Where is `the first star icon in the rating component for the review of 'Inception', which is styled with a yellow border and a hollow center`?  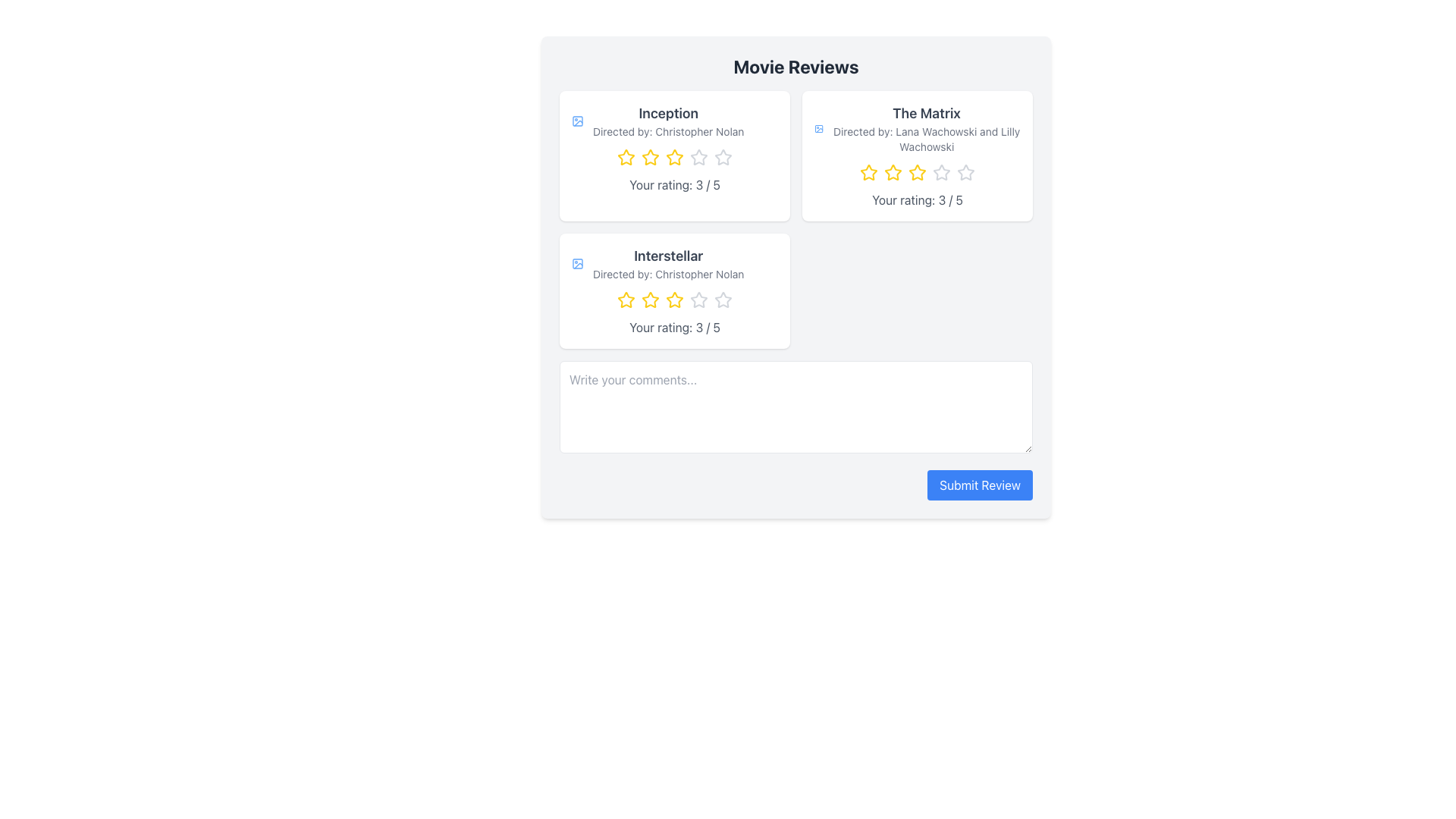 the first star icon in the rating component for the review of 'Inception', which is styled with a yellow border and a hollow center is located at coordinates (626, 157).